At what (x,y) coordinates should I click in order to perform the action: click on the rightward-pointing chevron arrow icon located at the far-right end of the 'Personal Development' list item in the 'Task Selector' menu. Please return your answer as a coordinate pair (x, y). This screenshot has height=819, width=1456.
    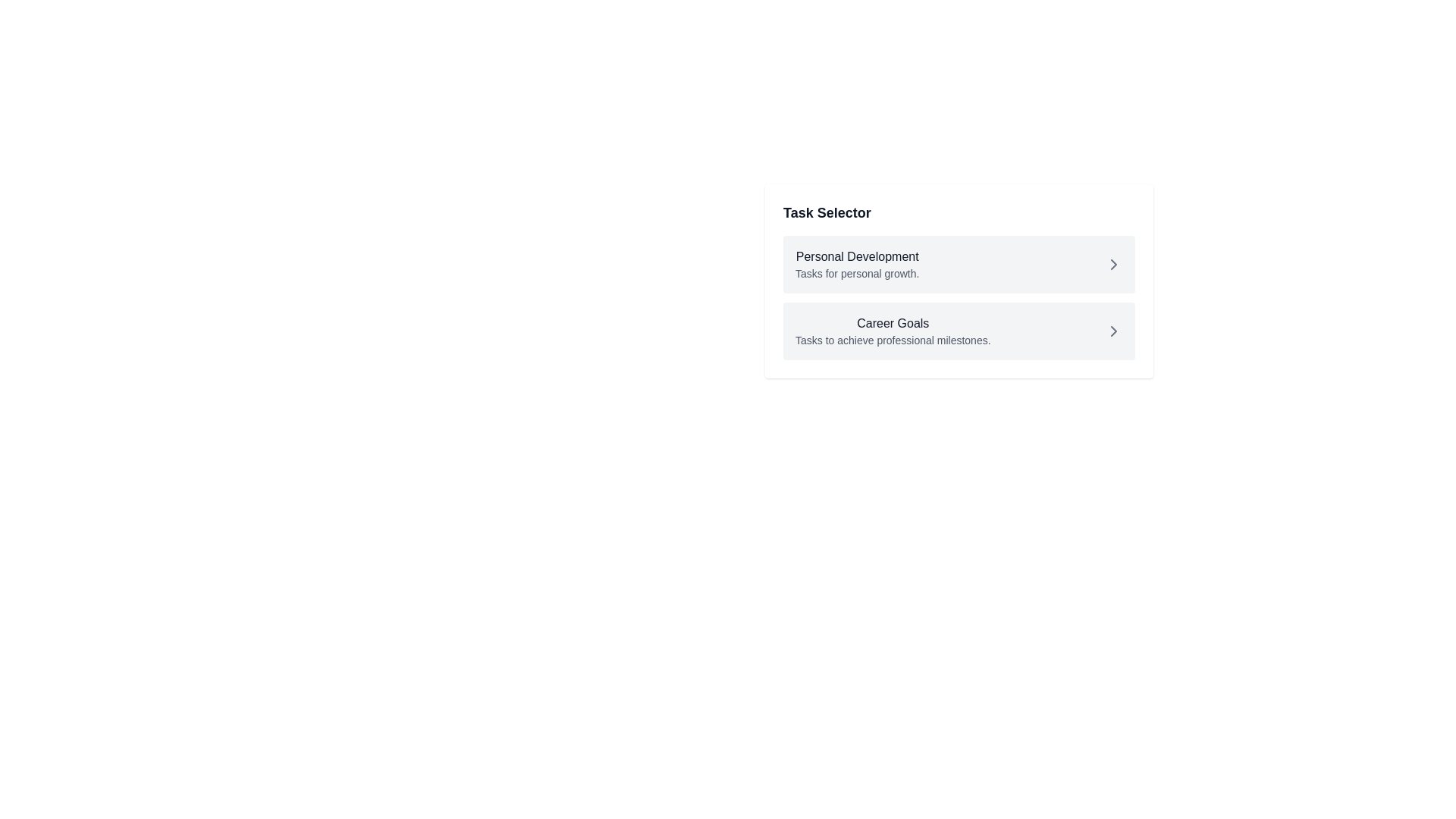
    Looking at the image, I should click on (1113, 263).